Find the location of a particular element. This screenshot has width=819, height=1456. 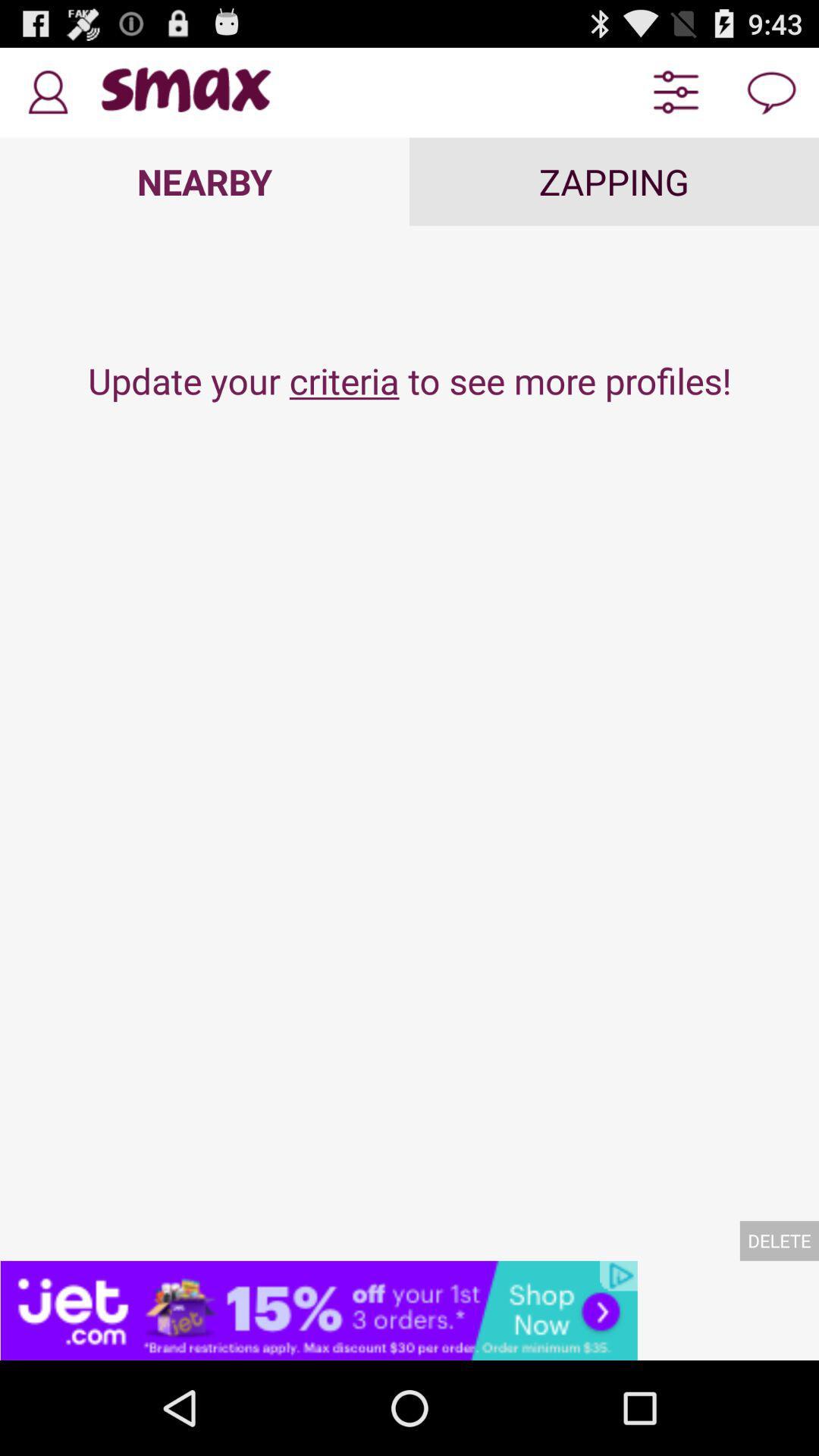

the sliders icon is located at coordinates (675, 98).